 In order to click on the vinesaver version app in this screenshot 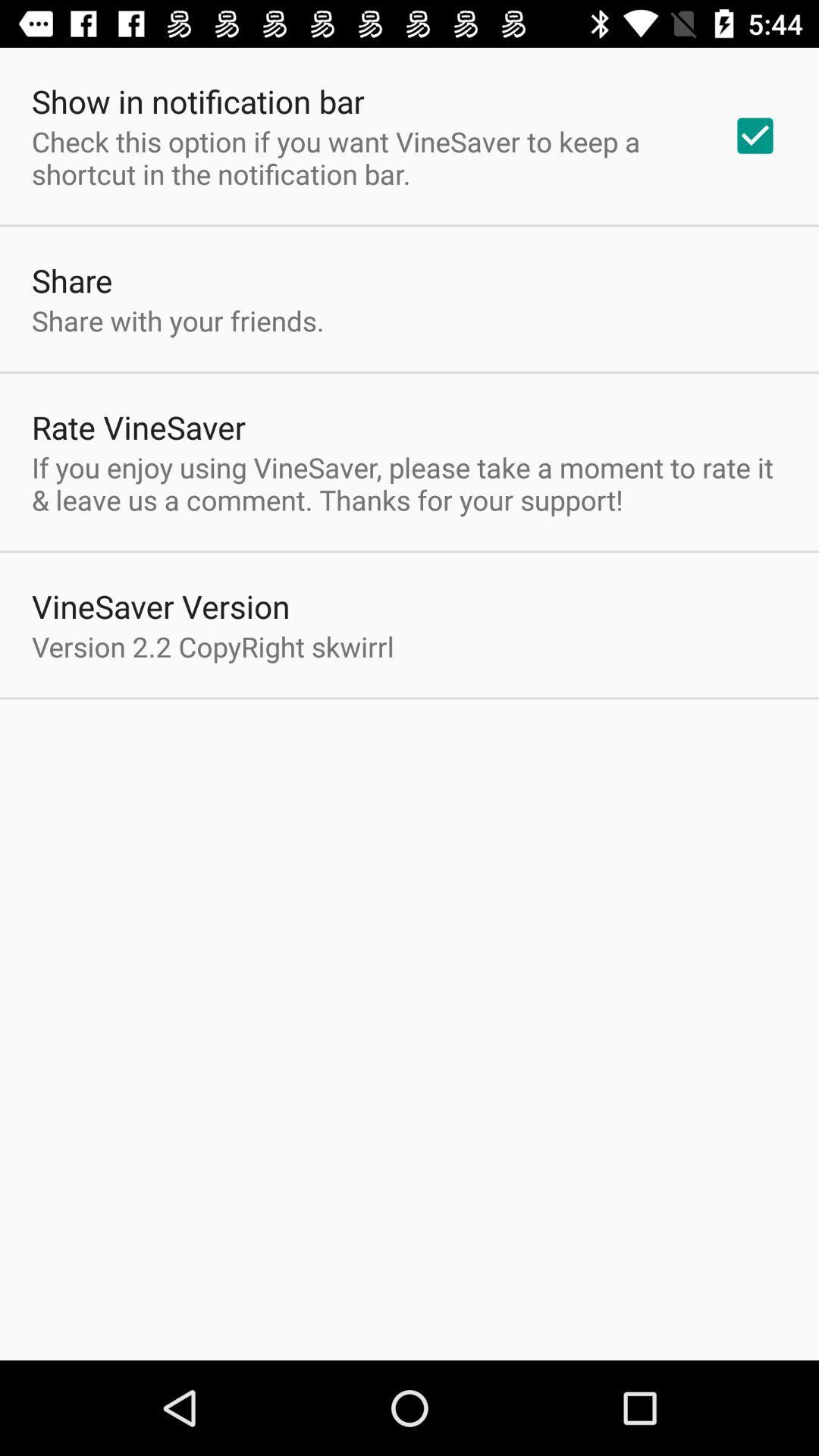, I will do `click(161, 605)`.